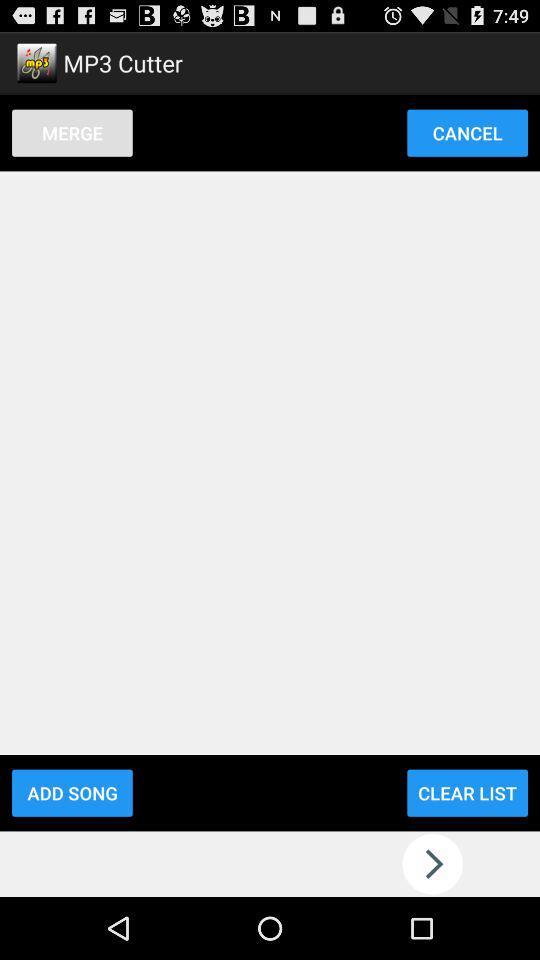 The width and height of the screenshot is (540, 960). I want to click on the button above the add song, so click(71, 131).